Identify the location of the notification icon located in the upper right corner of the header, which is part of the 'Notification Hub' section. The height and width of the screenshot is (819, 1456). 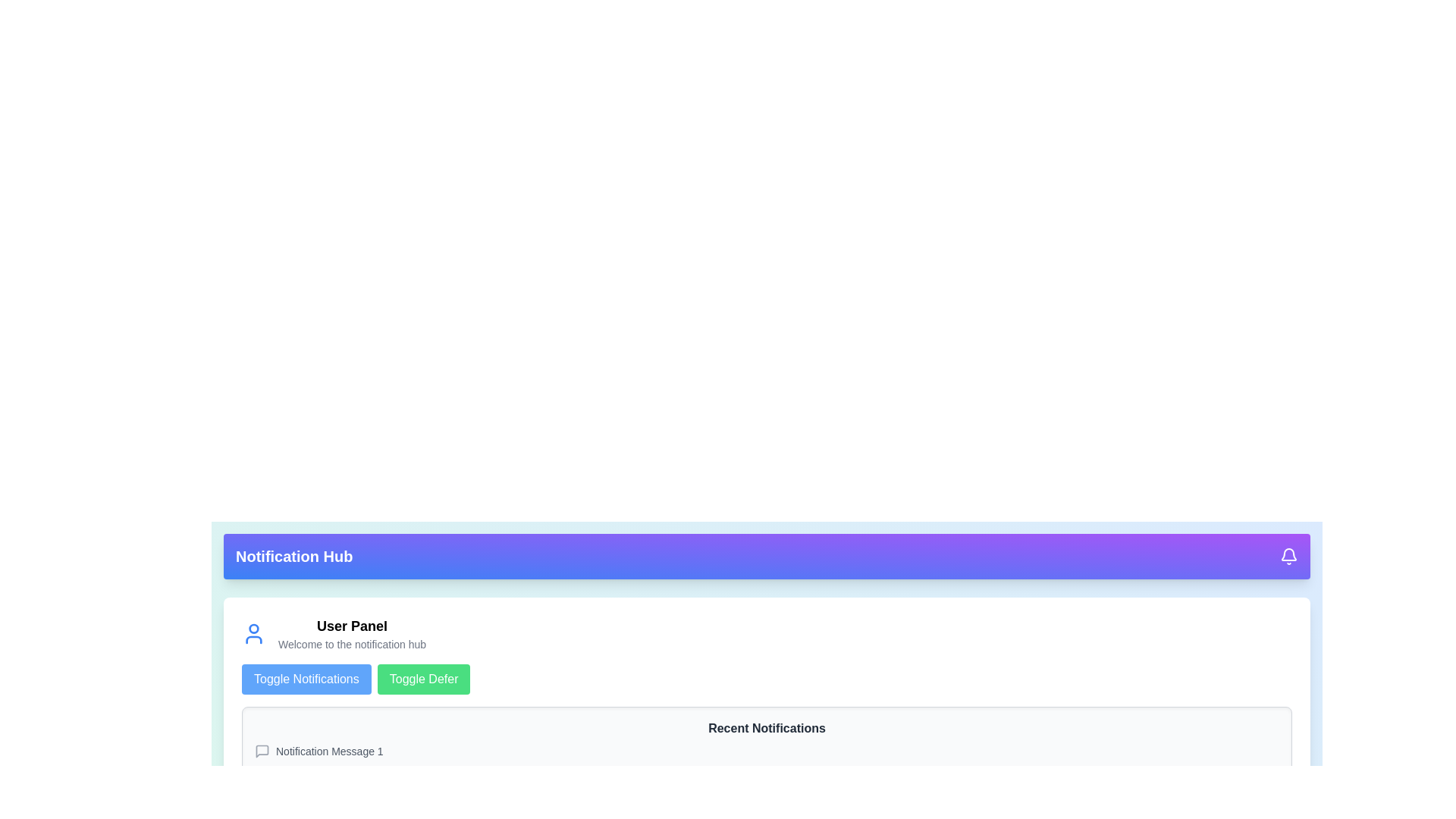
(1288, 556).